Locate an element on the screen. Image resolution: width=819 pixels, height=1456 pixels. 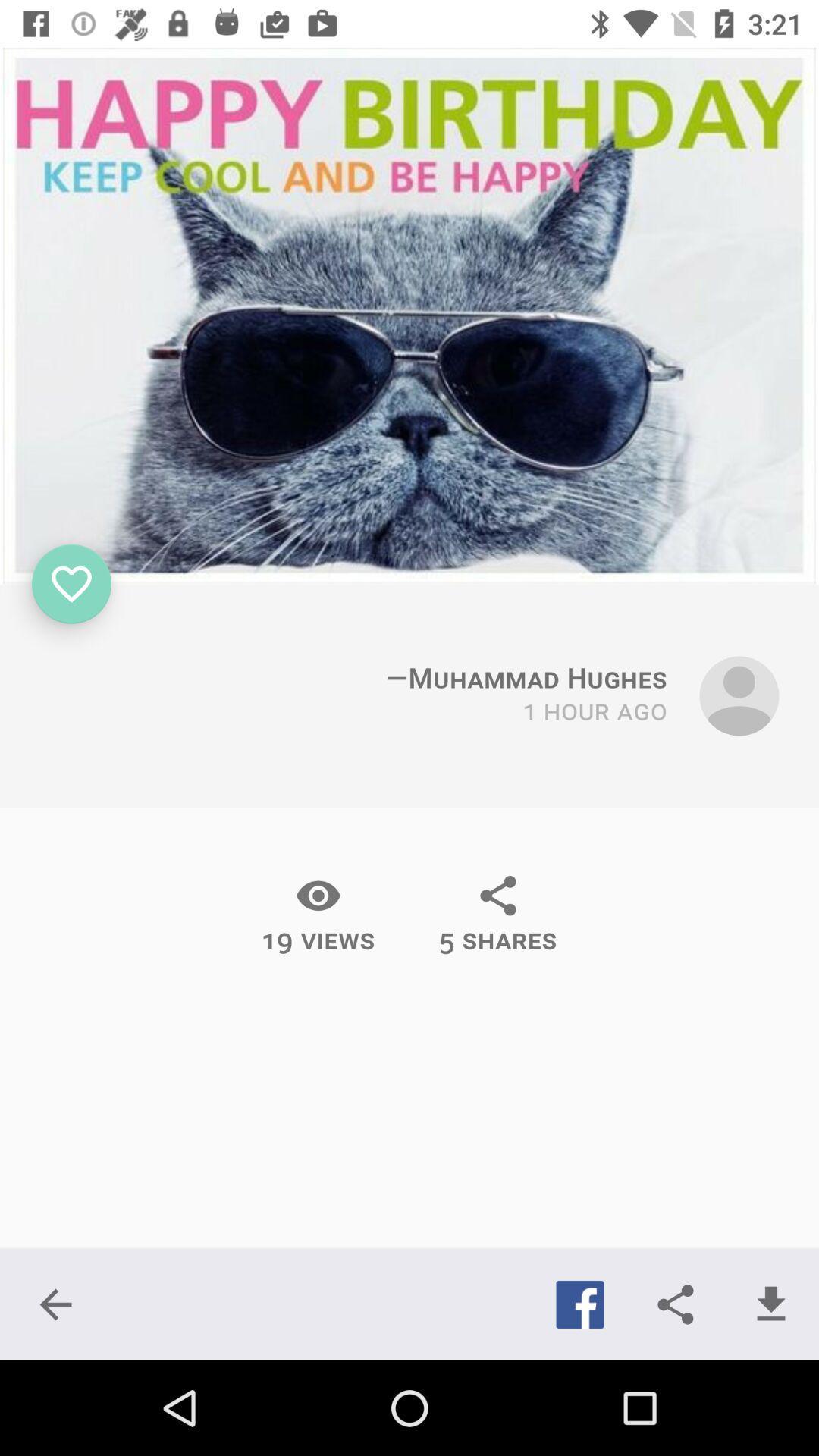
the download icon which is at bottom right of the page is located at coordinates (771, 1304).